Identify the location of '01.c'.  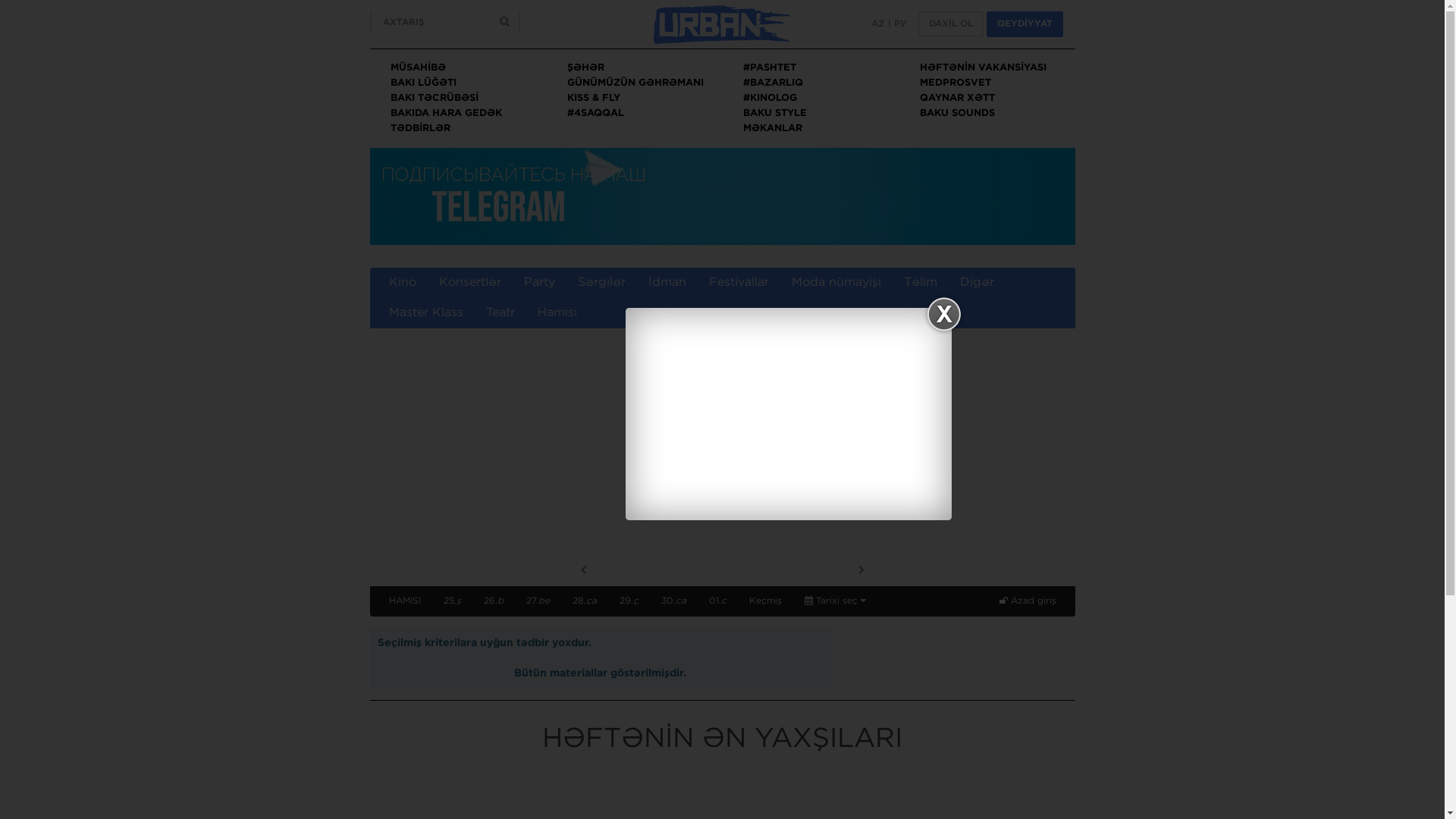
(717, 601).